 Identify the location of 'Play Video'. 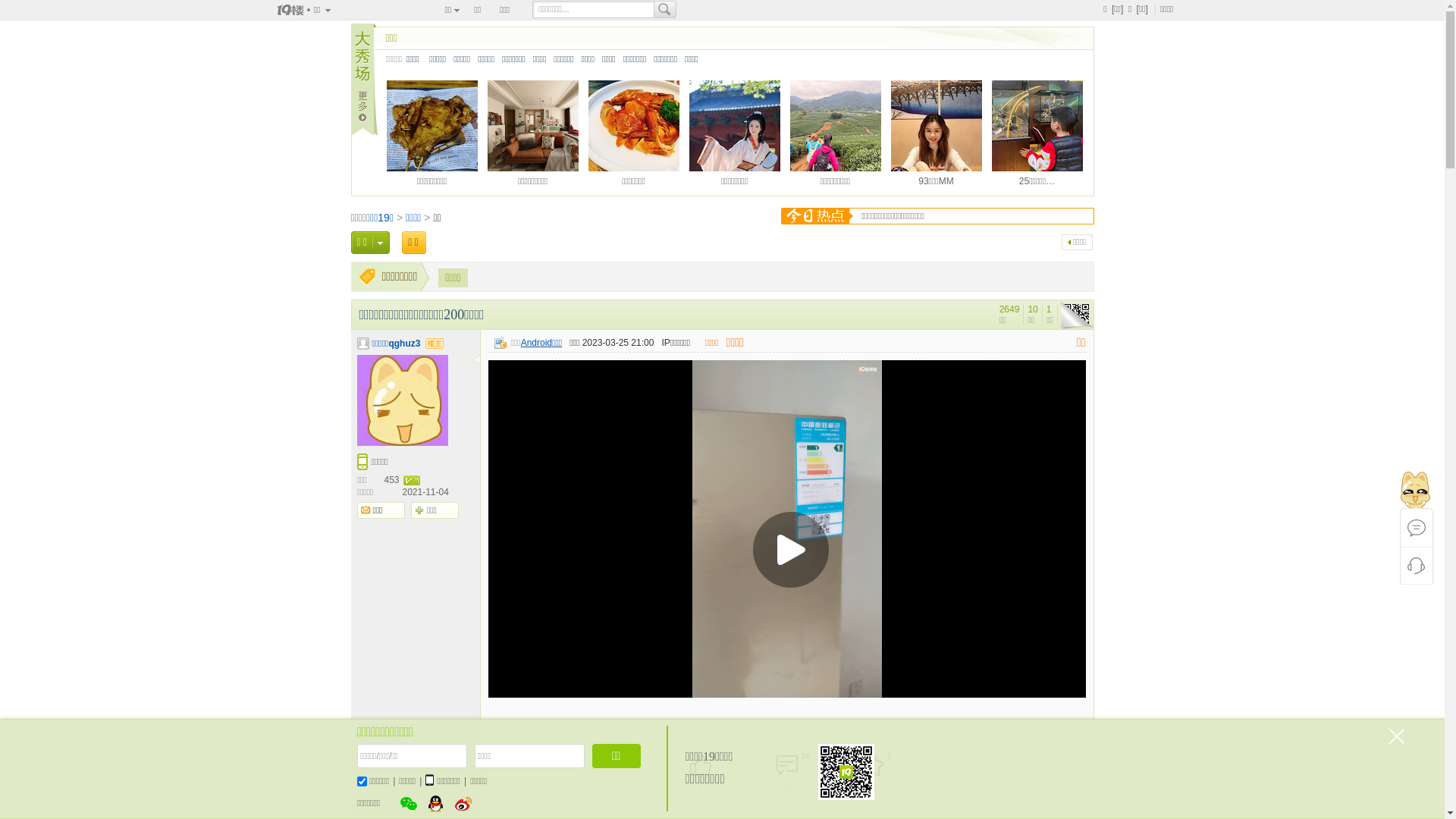
(789, 550).